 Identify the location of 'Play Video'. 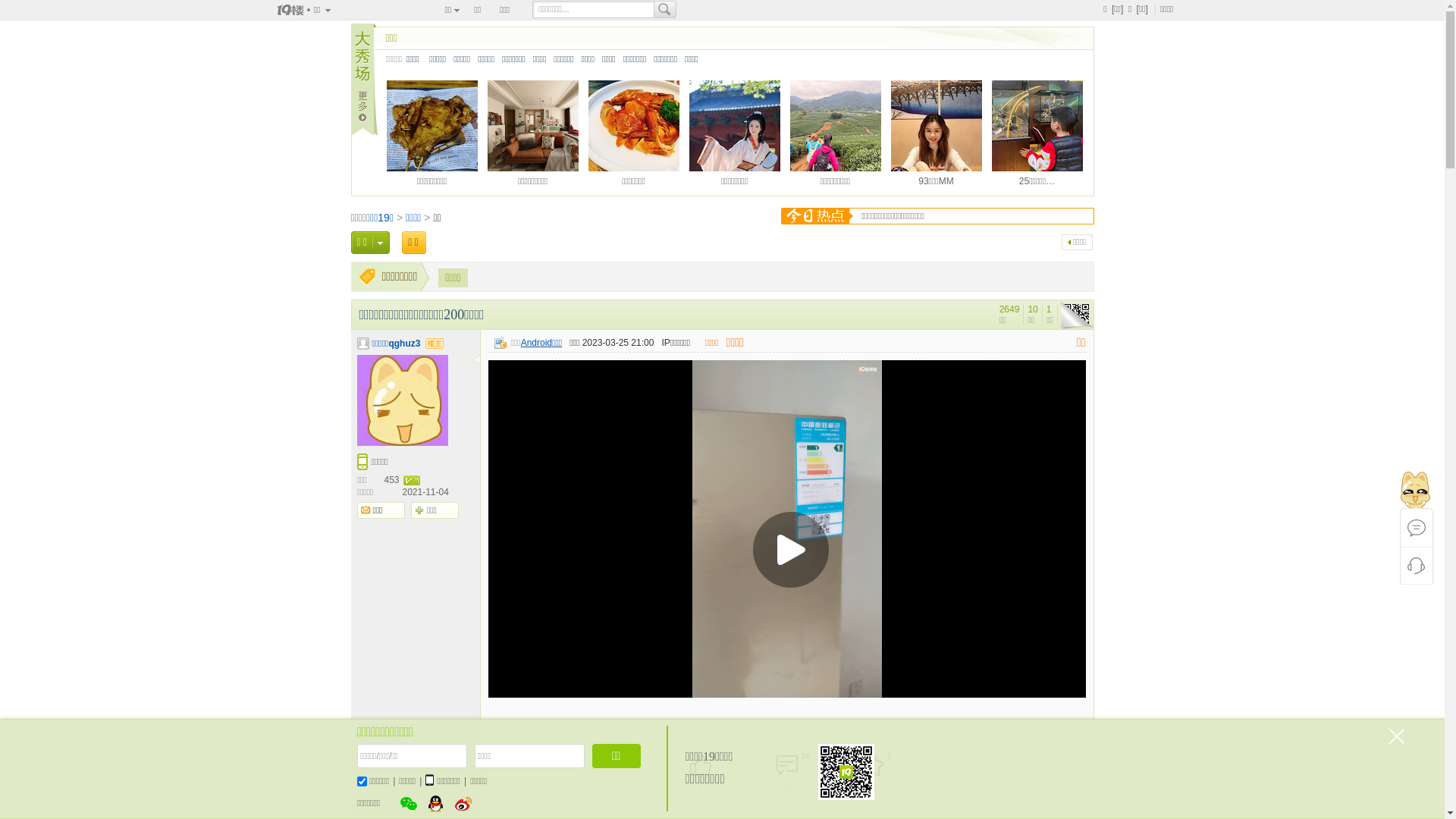
(789, 550).